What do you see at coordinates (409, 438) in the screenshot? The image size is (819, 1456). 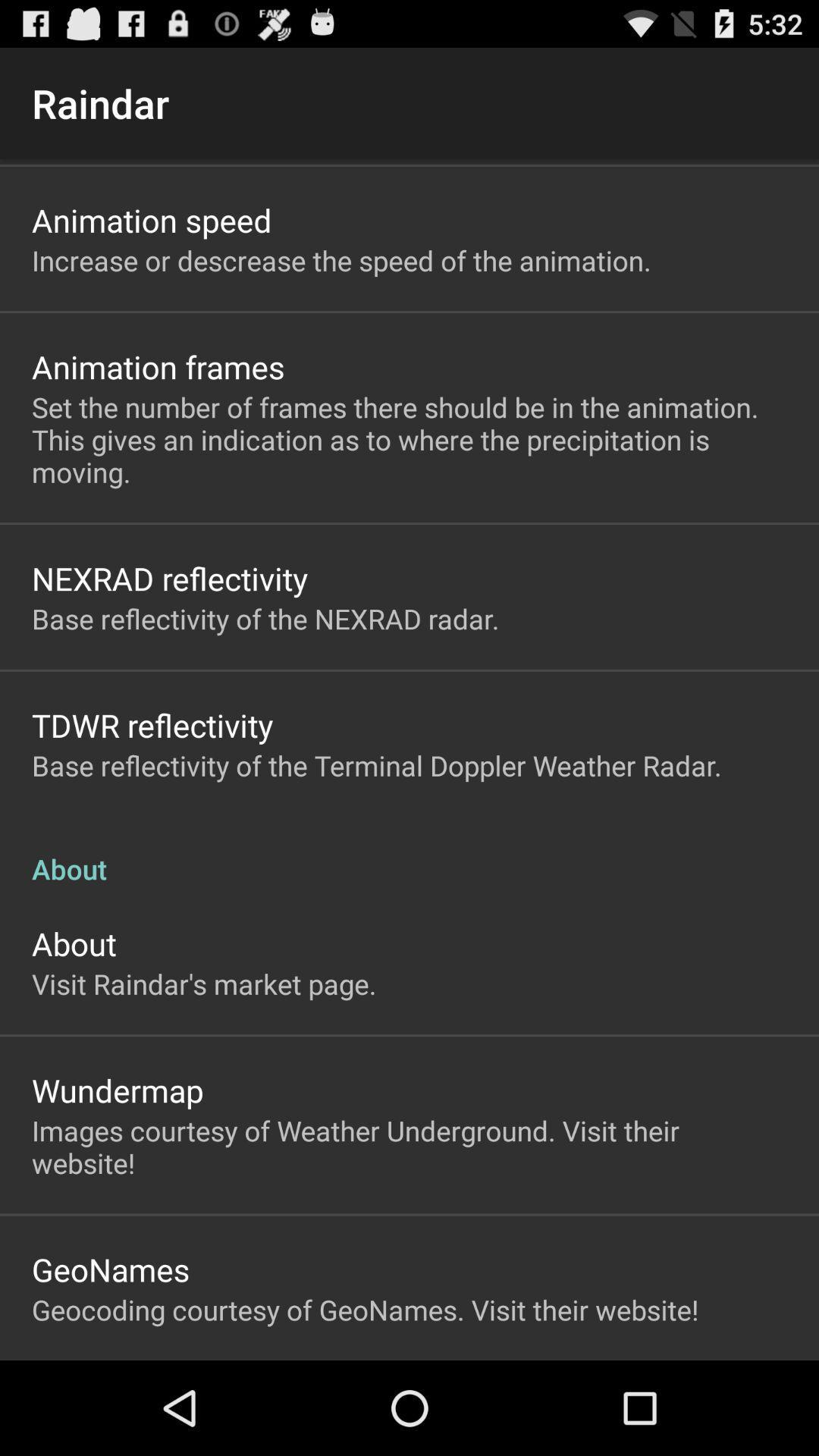 I see `the set the number item` at bounding box center [409, 438].